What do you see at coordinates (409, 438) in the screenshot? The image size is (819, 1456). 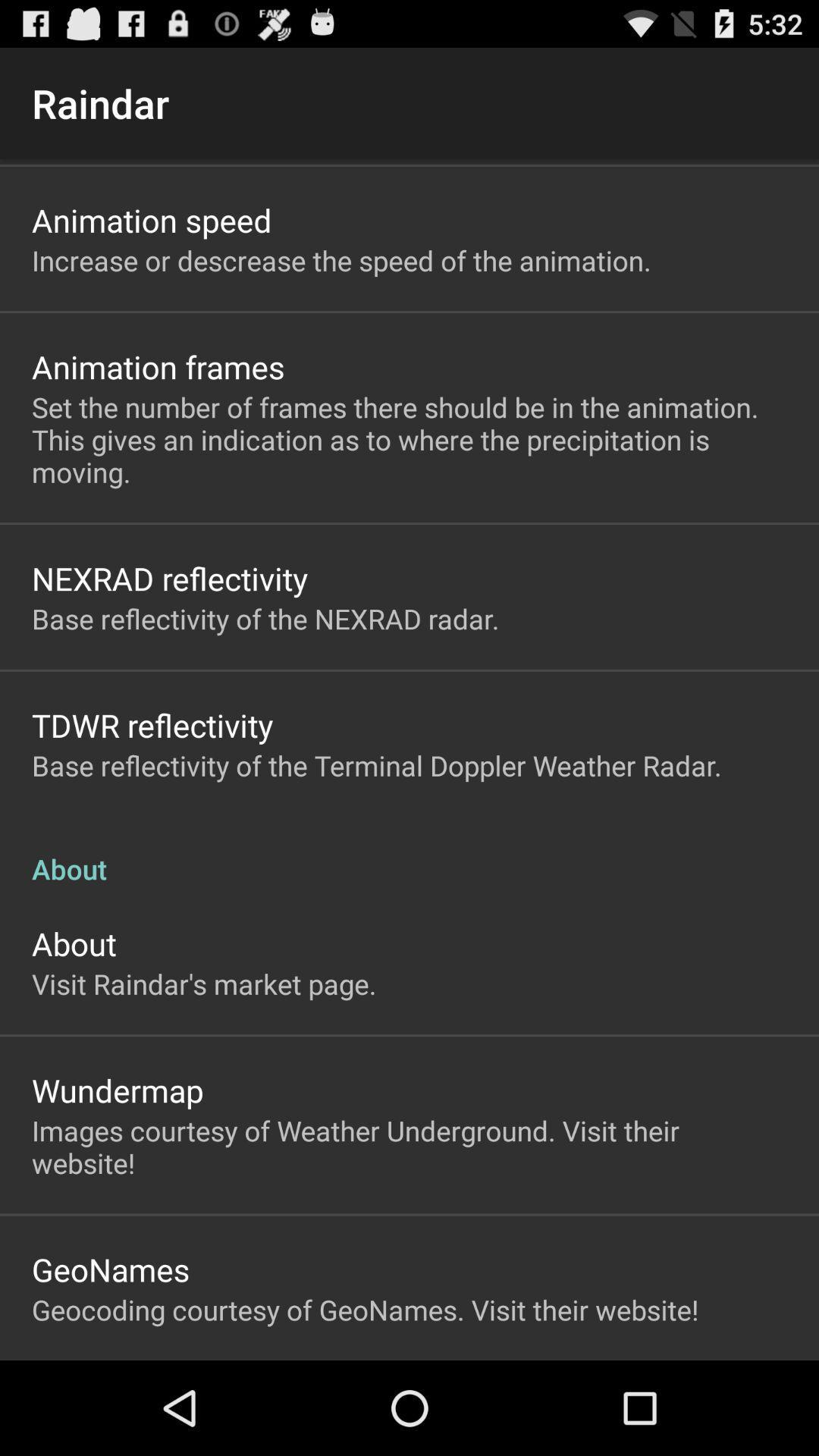 I see `the set the number item` at bounding box center [409, 438].